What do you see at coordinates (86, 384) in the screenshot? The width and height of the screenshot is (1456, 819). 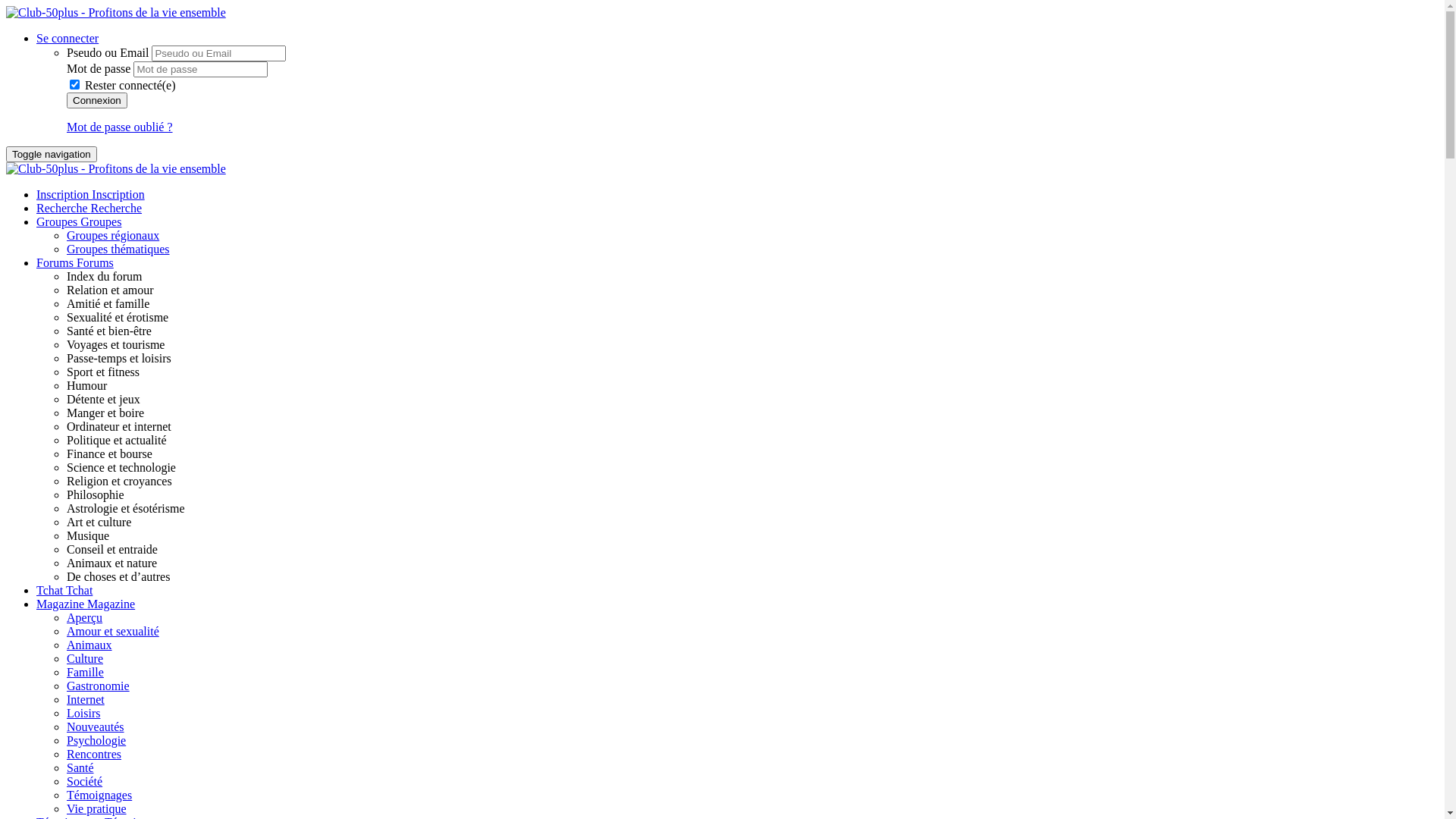 I see `'Humour'` at bounding box center [86, 384].